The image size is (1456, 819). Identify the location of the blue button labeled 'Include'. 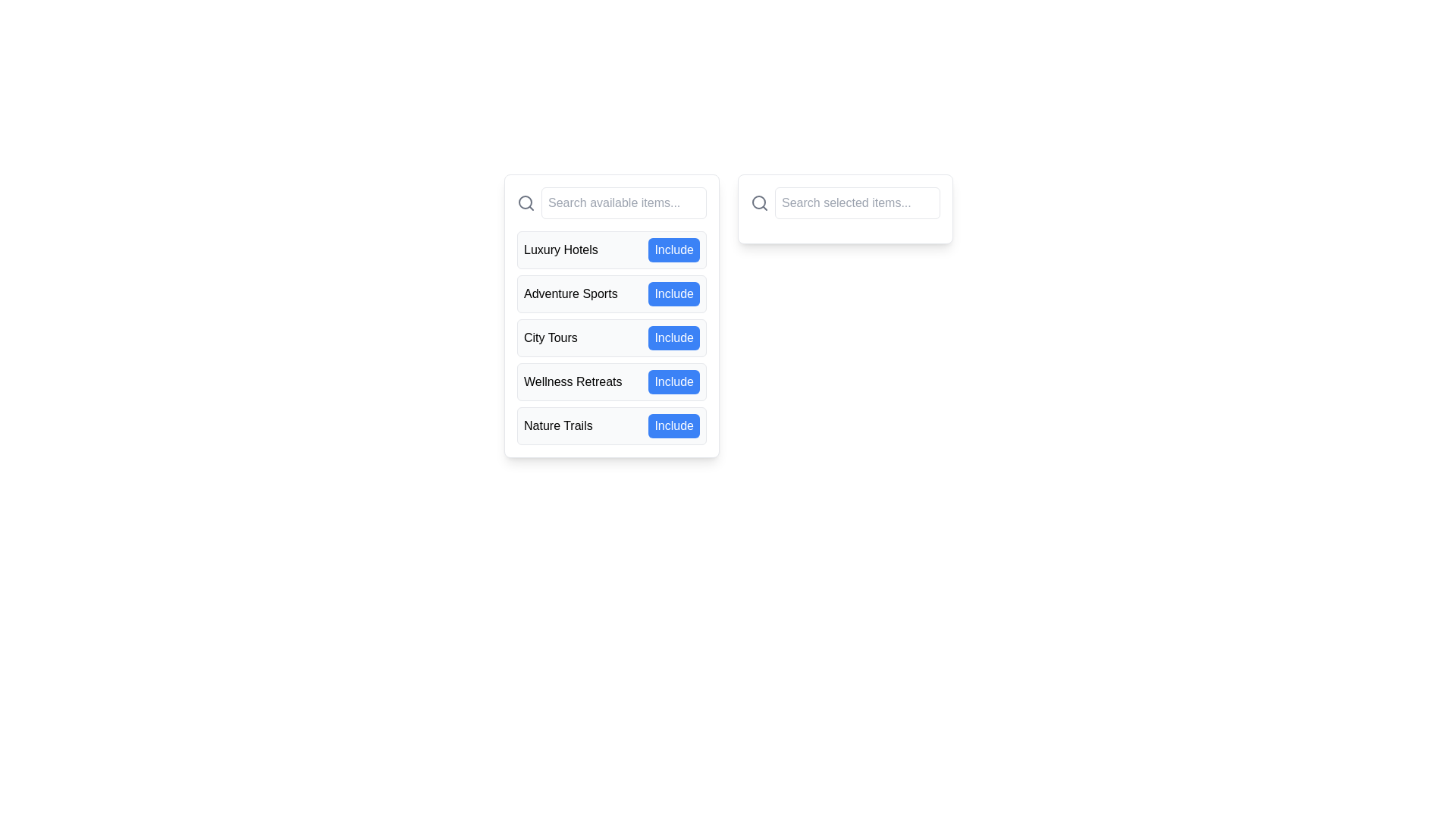
(673, 337).